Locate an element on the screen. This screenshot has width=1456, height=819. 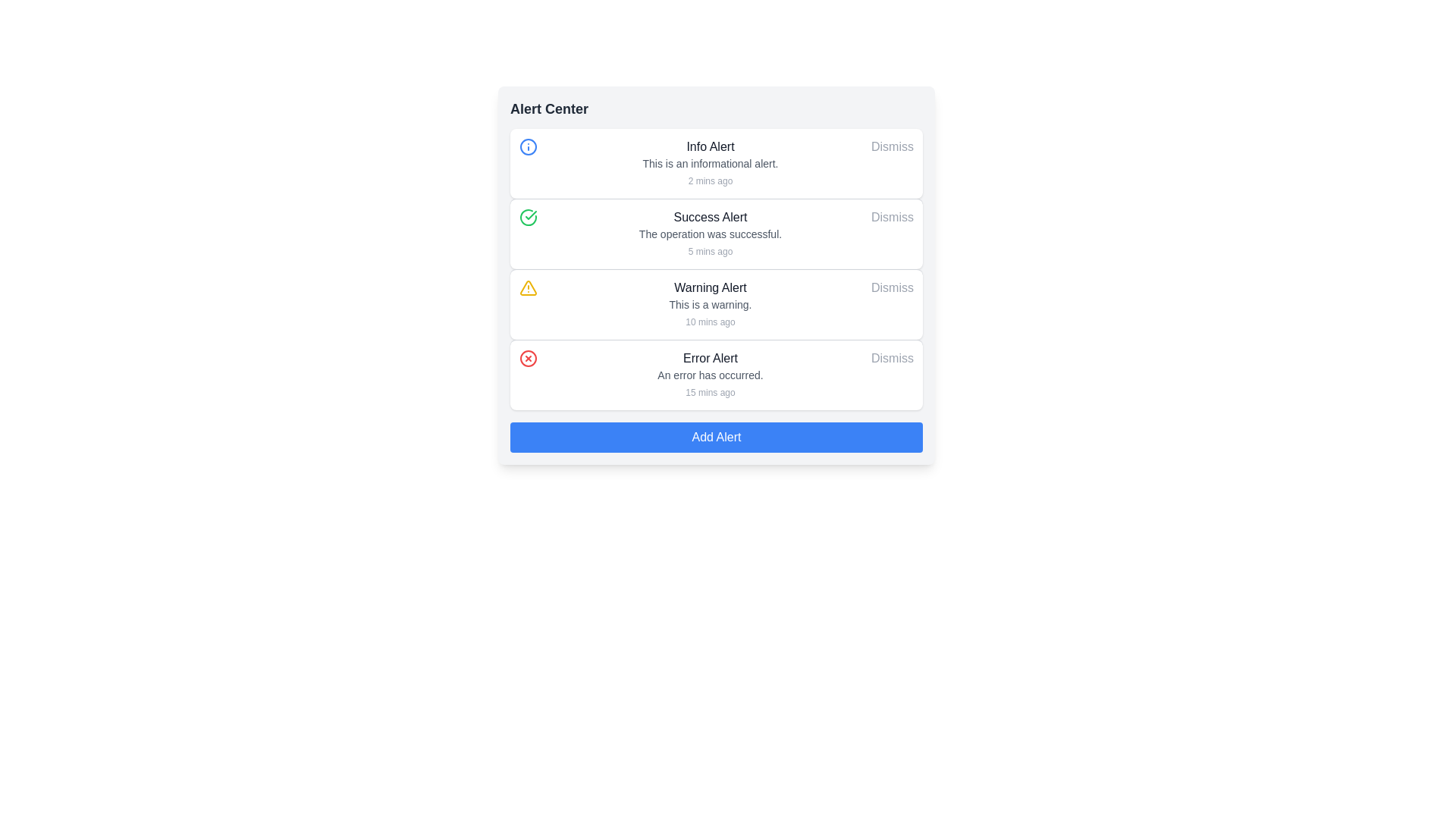
the design of the warning alert icon located in the third row of the alert list in the 'Alert Center', aligned to the left side of the row is located at coordinates (528, 287).